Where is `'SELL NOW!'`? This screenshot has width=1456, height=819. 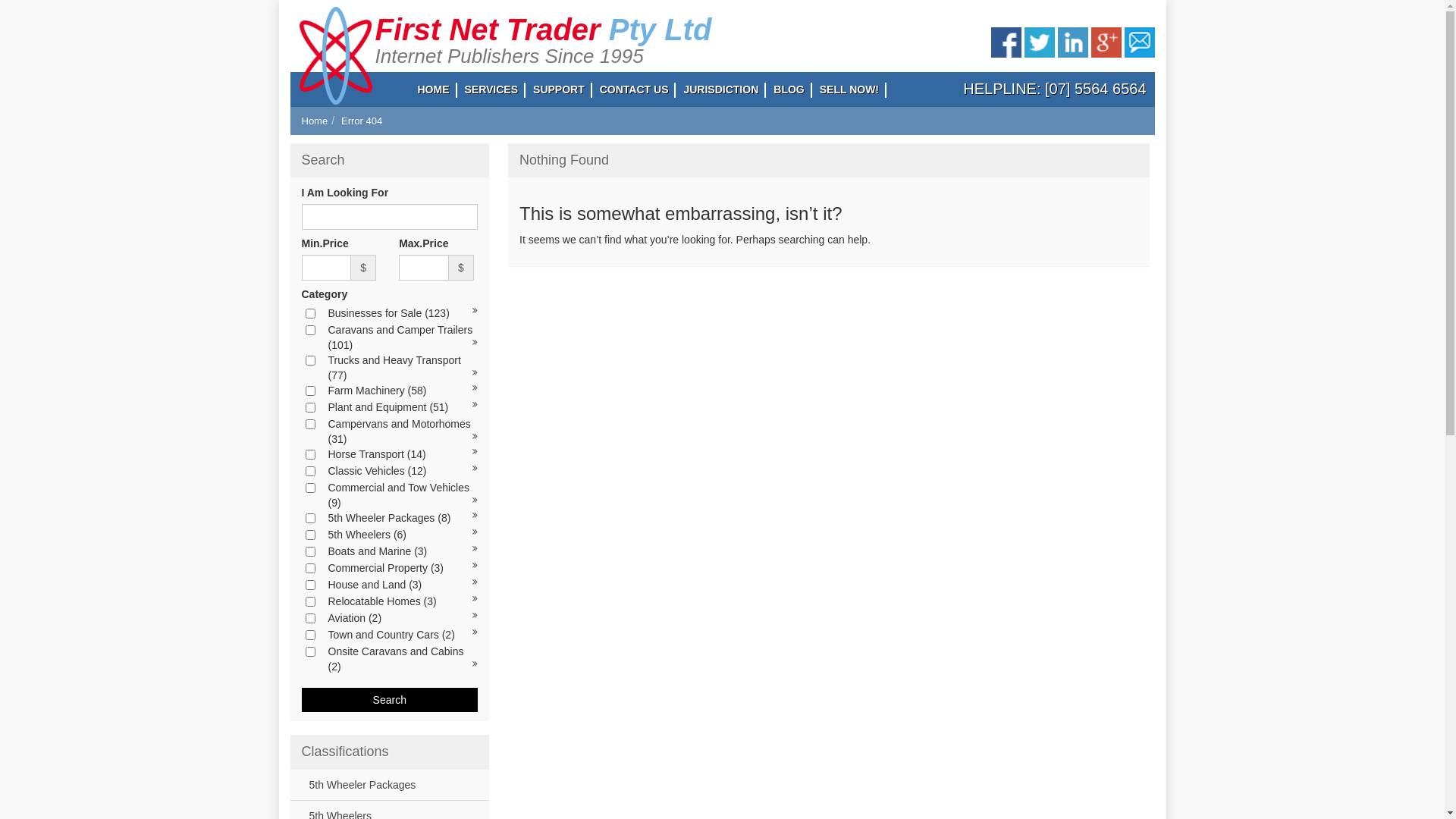 'SELL NOW!' is located at coordinates (848, 89).